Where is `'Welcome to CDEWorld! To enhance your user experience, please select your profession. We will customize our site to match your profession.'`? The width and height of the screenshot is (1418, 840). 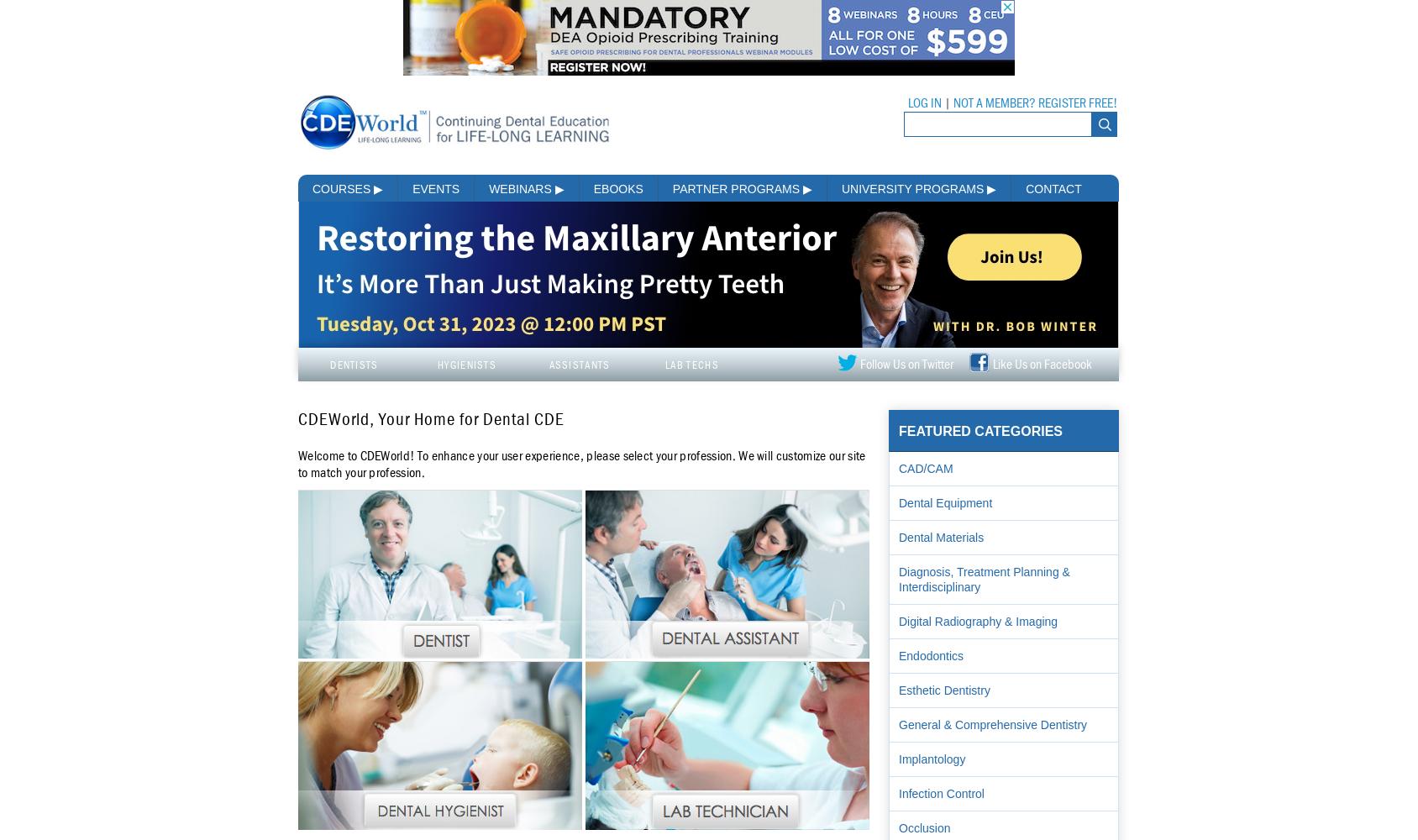 'Welcome to CDEWorld! To enhance your user experience, please select your profession. We will customize our site to match your profession.' is located at coordinates (580, 464).